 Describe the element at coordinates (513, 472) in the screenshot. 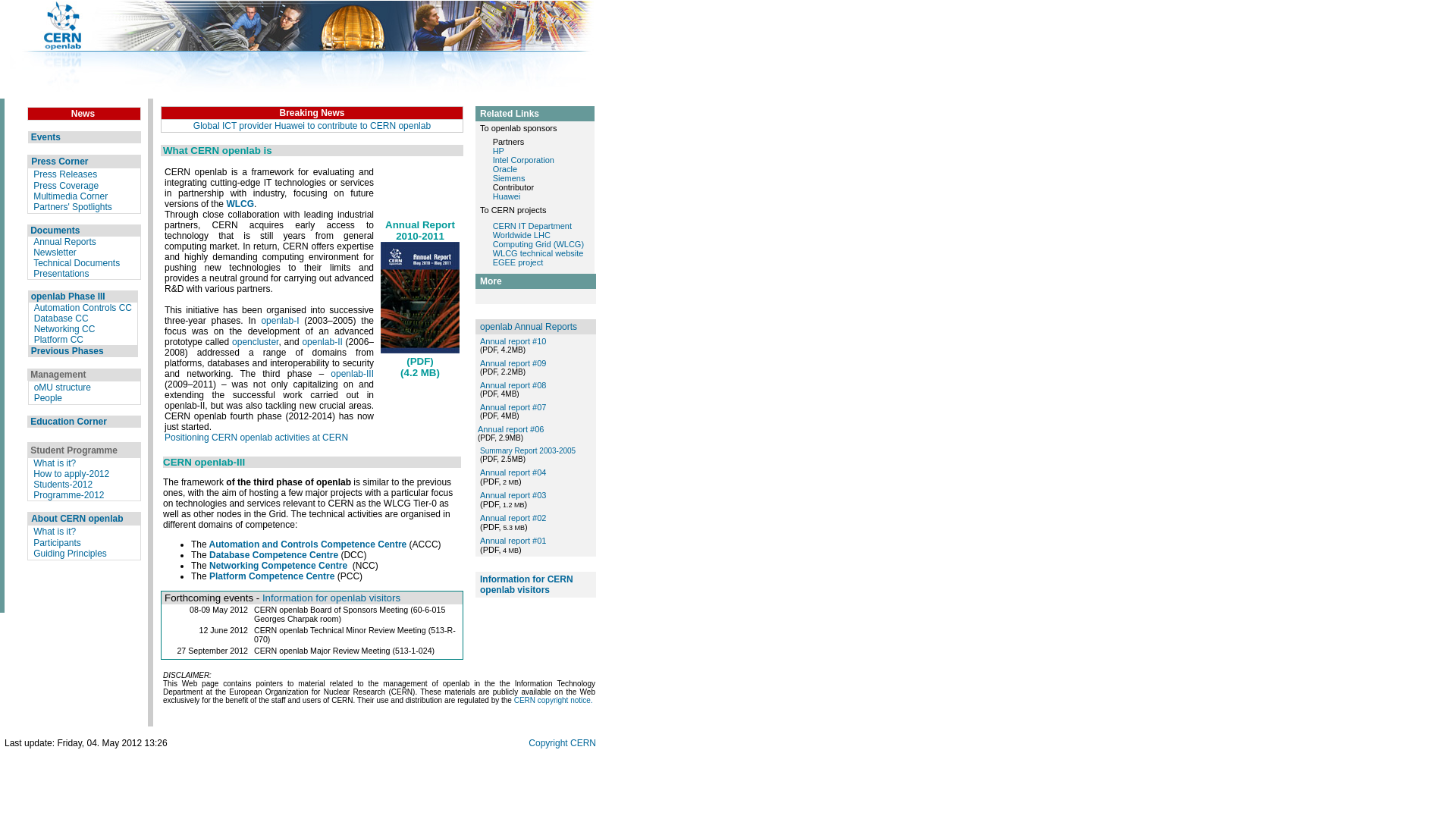

I see `'Annual report #04'` at that location.